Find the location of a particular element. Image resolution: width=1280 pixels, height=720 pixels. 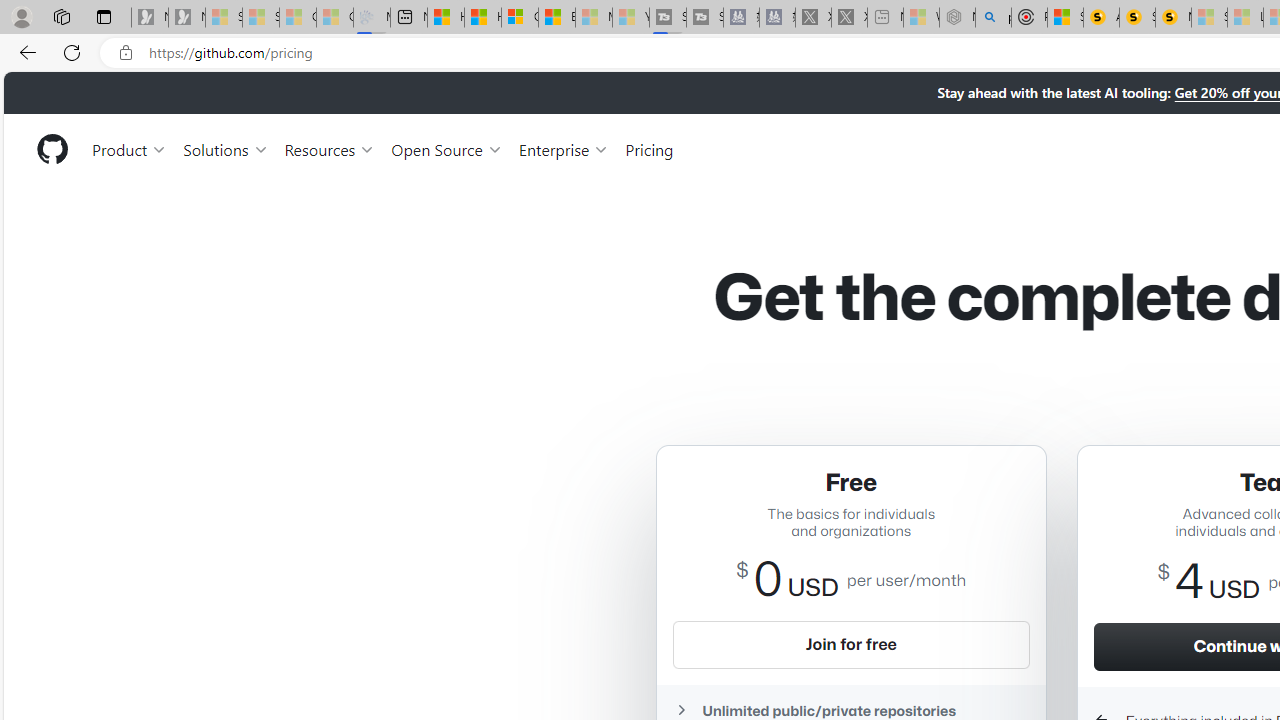

'Michelle Starr, Senior Journalist at ScienceAlert' is located at coordinates (1173, 17).